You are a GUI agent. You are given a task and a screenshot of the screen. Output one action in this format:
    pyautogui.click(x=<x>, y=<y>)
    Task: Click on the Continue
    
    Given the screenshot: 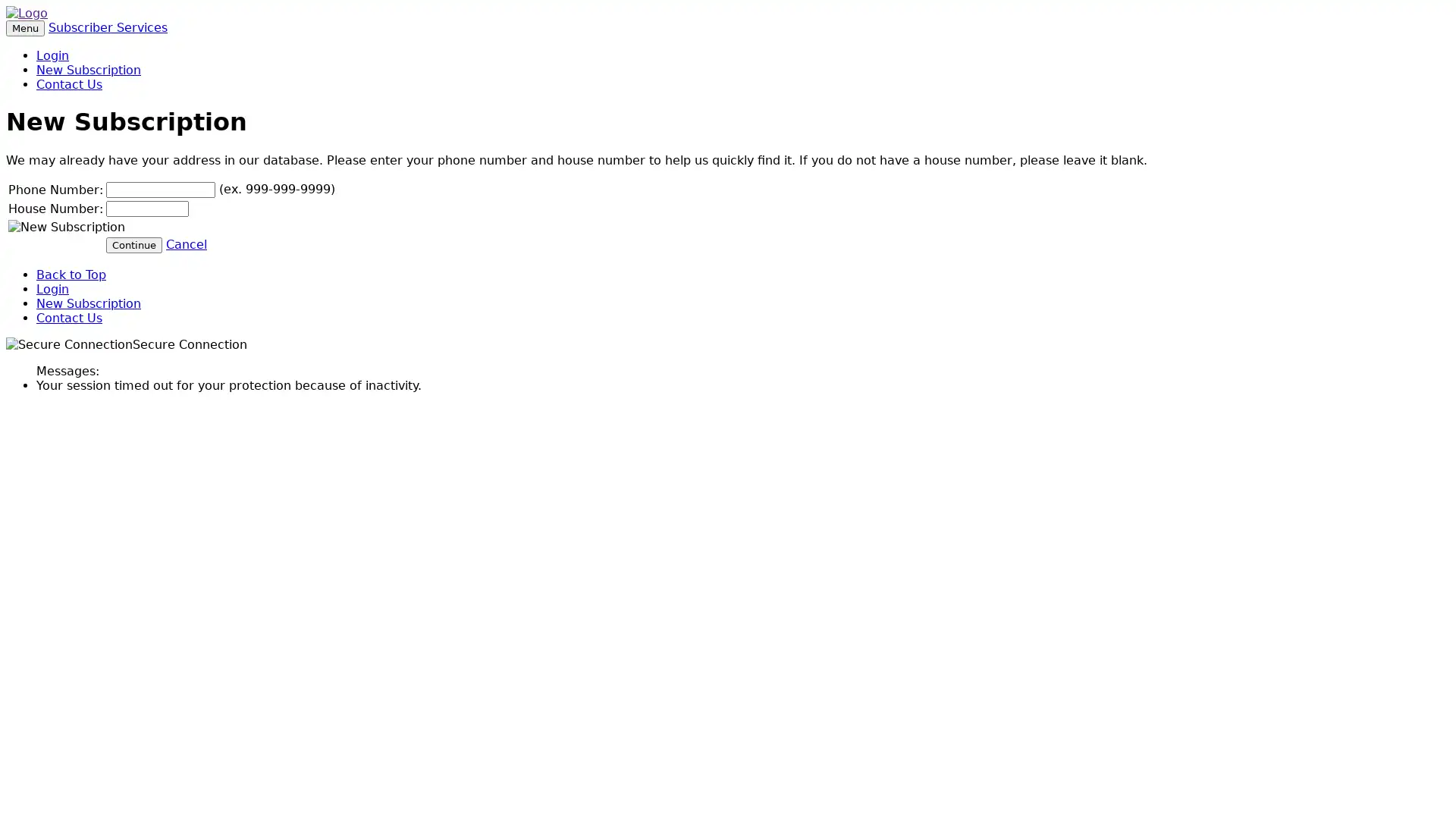 What is the action you would take?
    pyautogui.click(x=134, y=243)
    